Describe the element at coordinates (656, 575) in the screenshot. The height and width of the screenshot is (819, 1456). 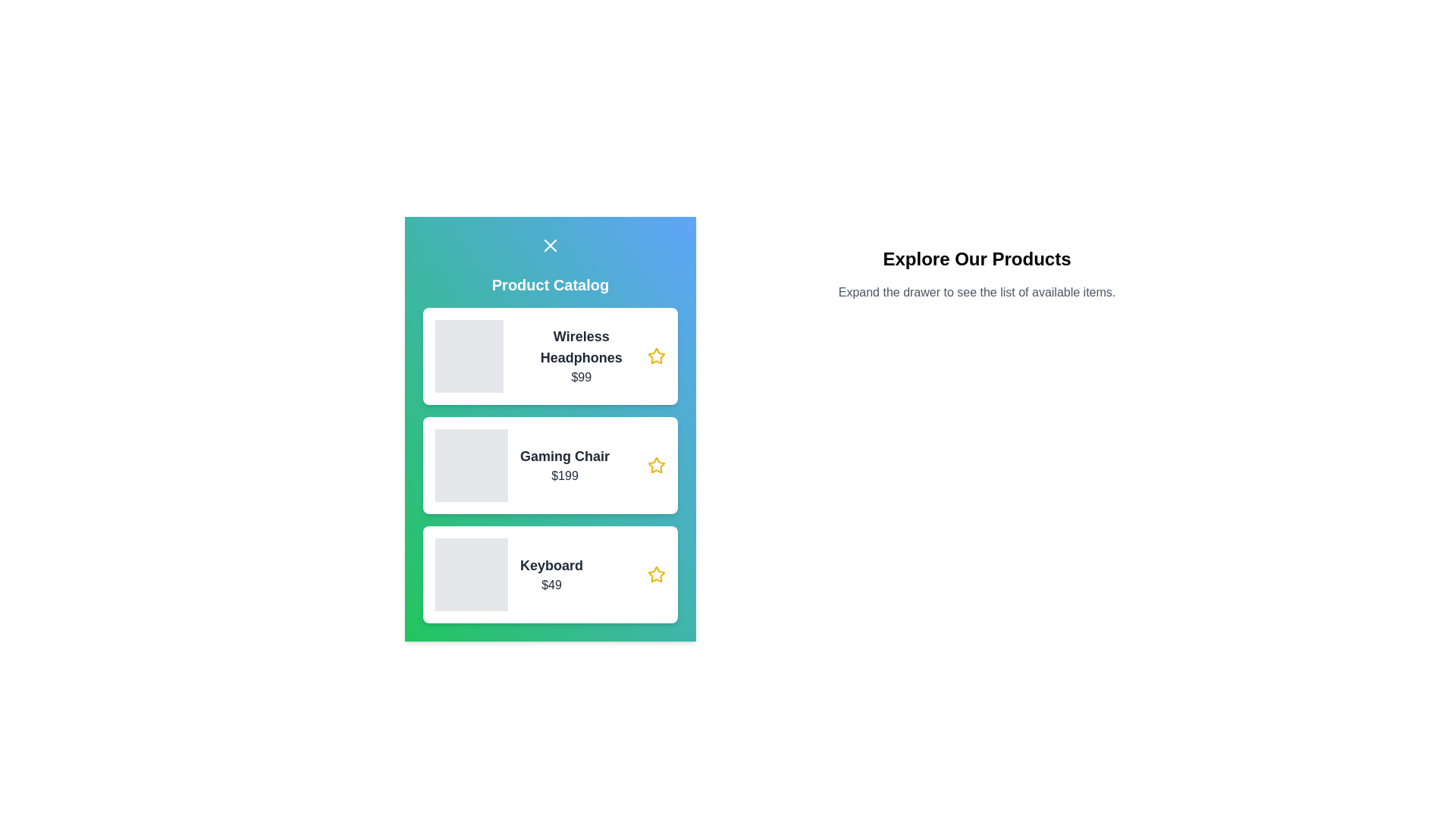
I see `the star icon next to the product named Keyboard to mark it as favorite` at that location.